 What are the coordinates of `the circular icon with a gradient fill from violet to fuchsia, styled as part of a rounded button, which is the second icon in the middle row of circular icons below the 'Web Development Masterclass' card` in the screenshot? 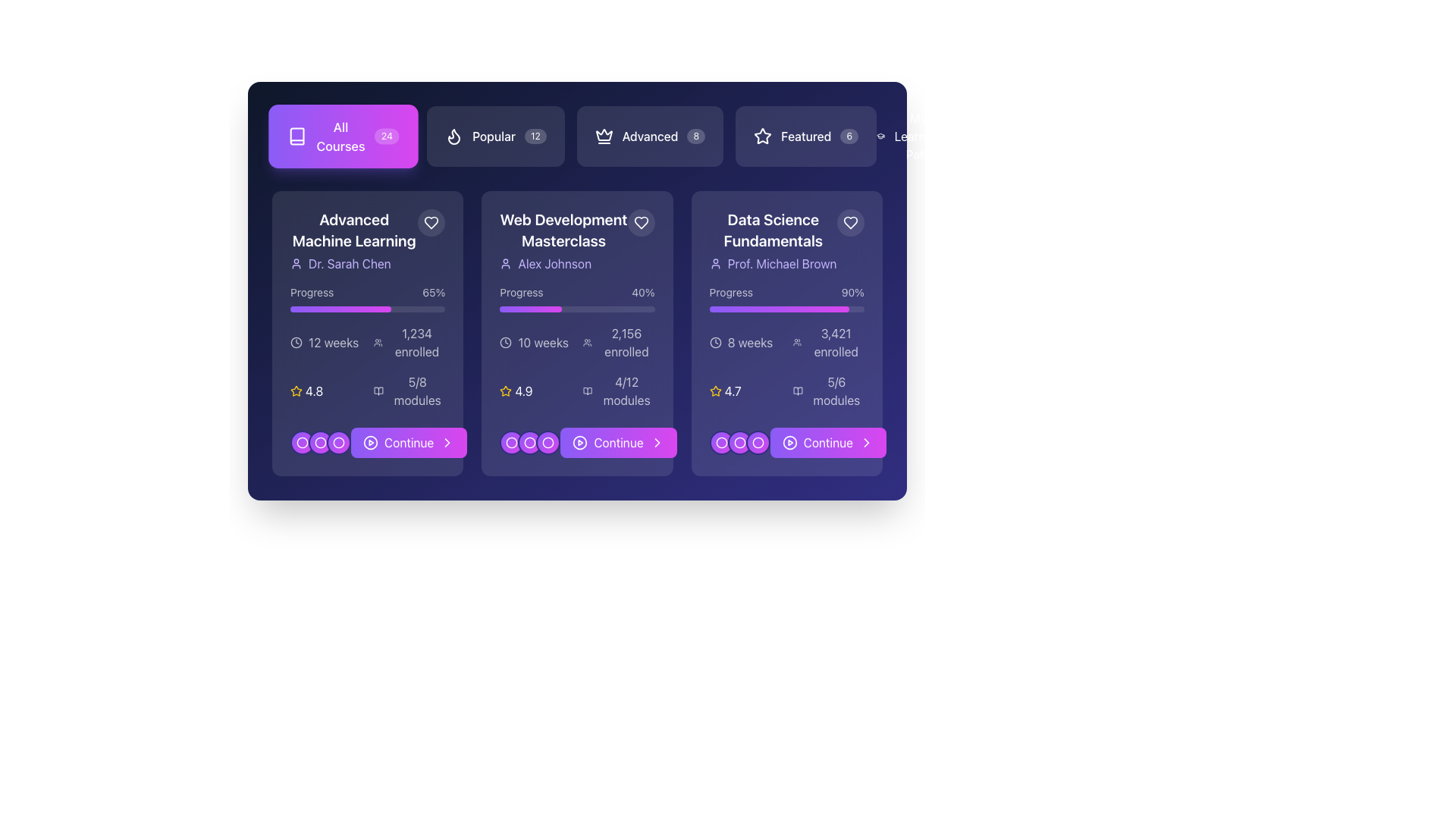 It's located at (530, 442).